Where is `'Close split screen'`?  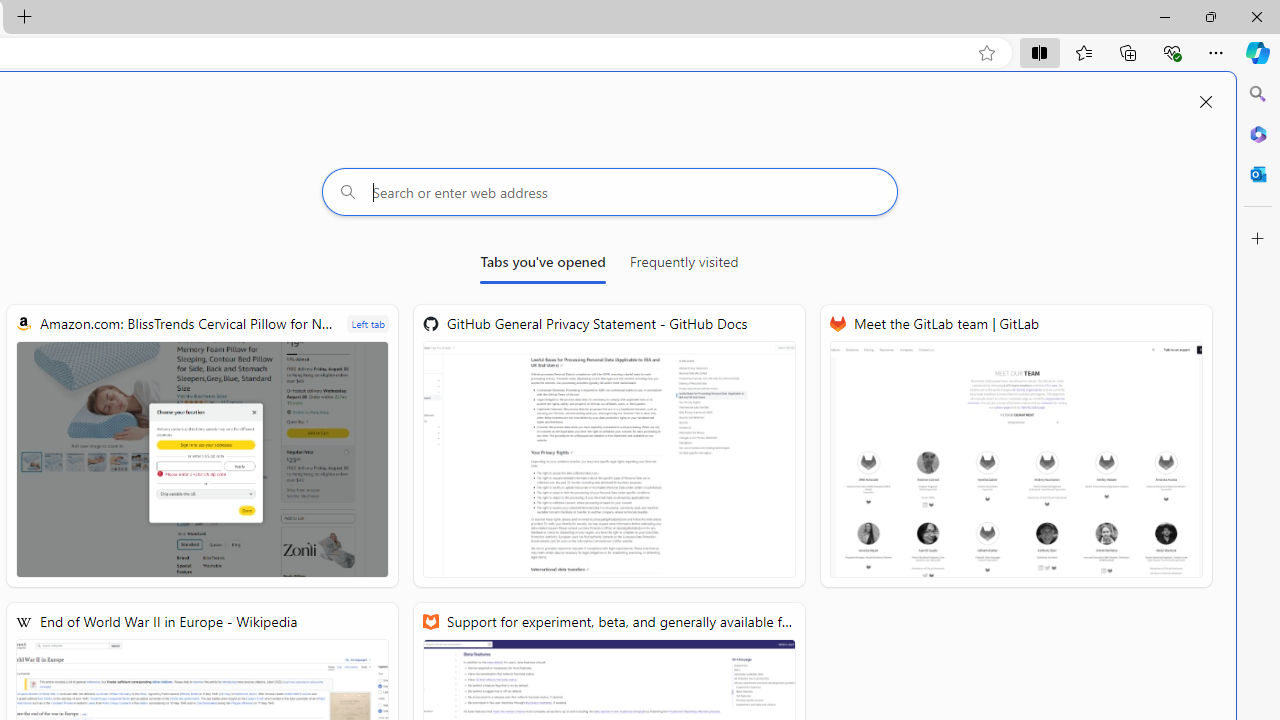 'Close split screen' is located at coordinates (1204, 102).